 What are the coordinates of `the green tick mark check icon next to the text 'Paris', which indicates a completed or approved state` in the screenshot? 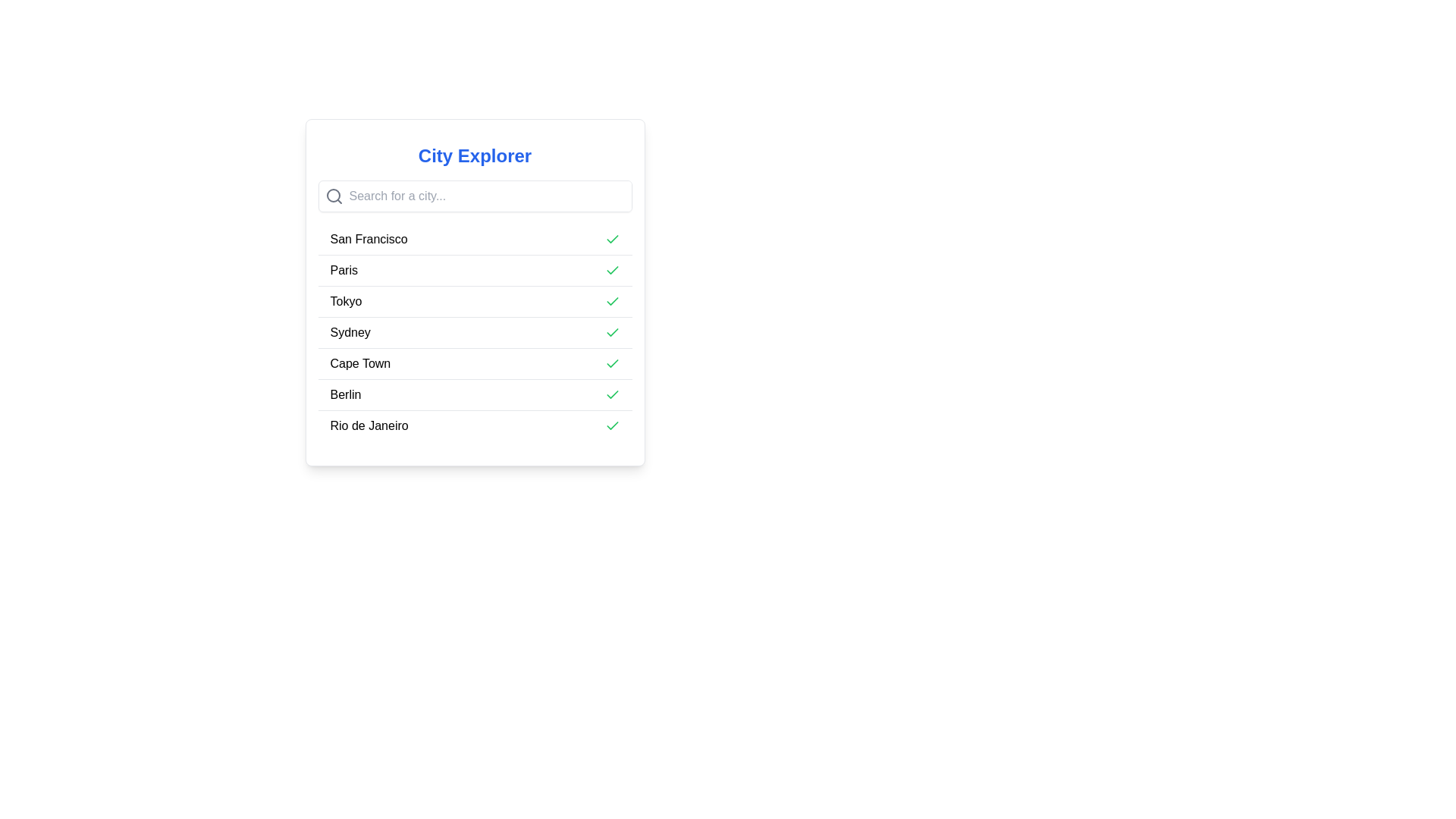 It's located at (612, 239).